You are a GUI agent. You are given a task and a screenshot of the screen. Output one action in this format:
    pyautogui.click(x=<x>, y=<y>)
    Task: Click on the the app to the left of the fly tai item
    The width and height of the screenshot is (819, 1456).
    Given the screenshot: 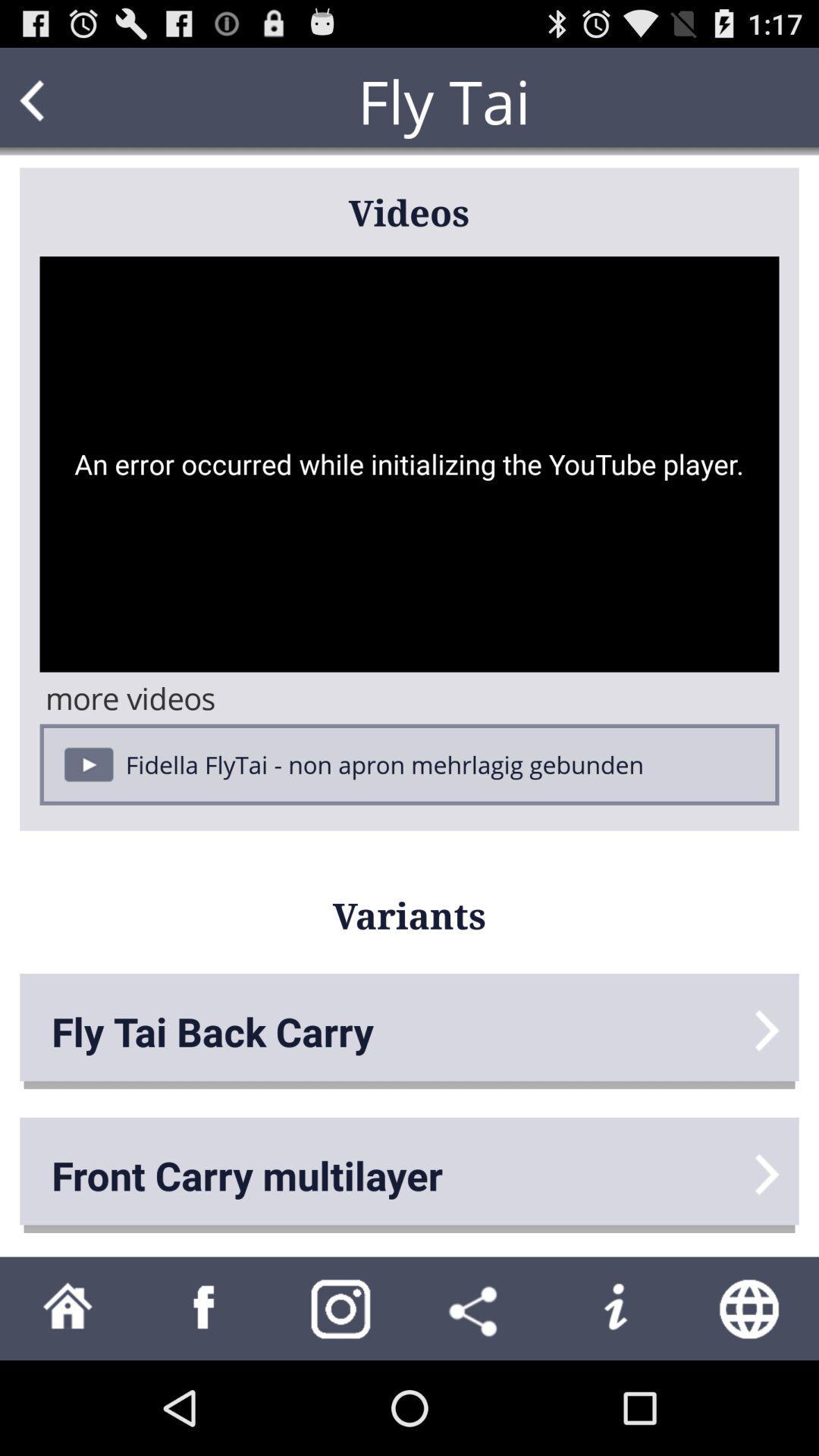 What is the action you would take?
    pyautogui.click(x=61, y=100)
    